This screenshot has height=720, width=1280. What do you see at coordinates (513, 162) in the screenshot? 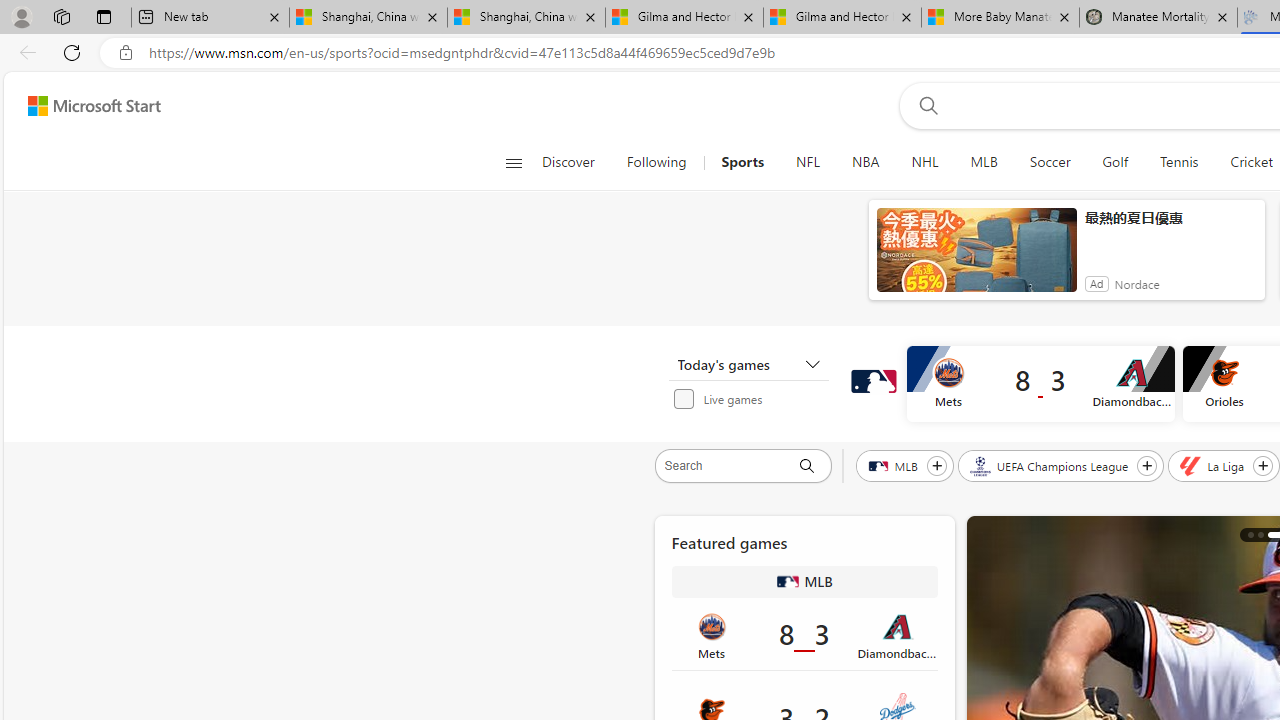
I see `'Class: button-glyph'` at bounding box center [513, 162].